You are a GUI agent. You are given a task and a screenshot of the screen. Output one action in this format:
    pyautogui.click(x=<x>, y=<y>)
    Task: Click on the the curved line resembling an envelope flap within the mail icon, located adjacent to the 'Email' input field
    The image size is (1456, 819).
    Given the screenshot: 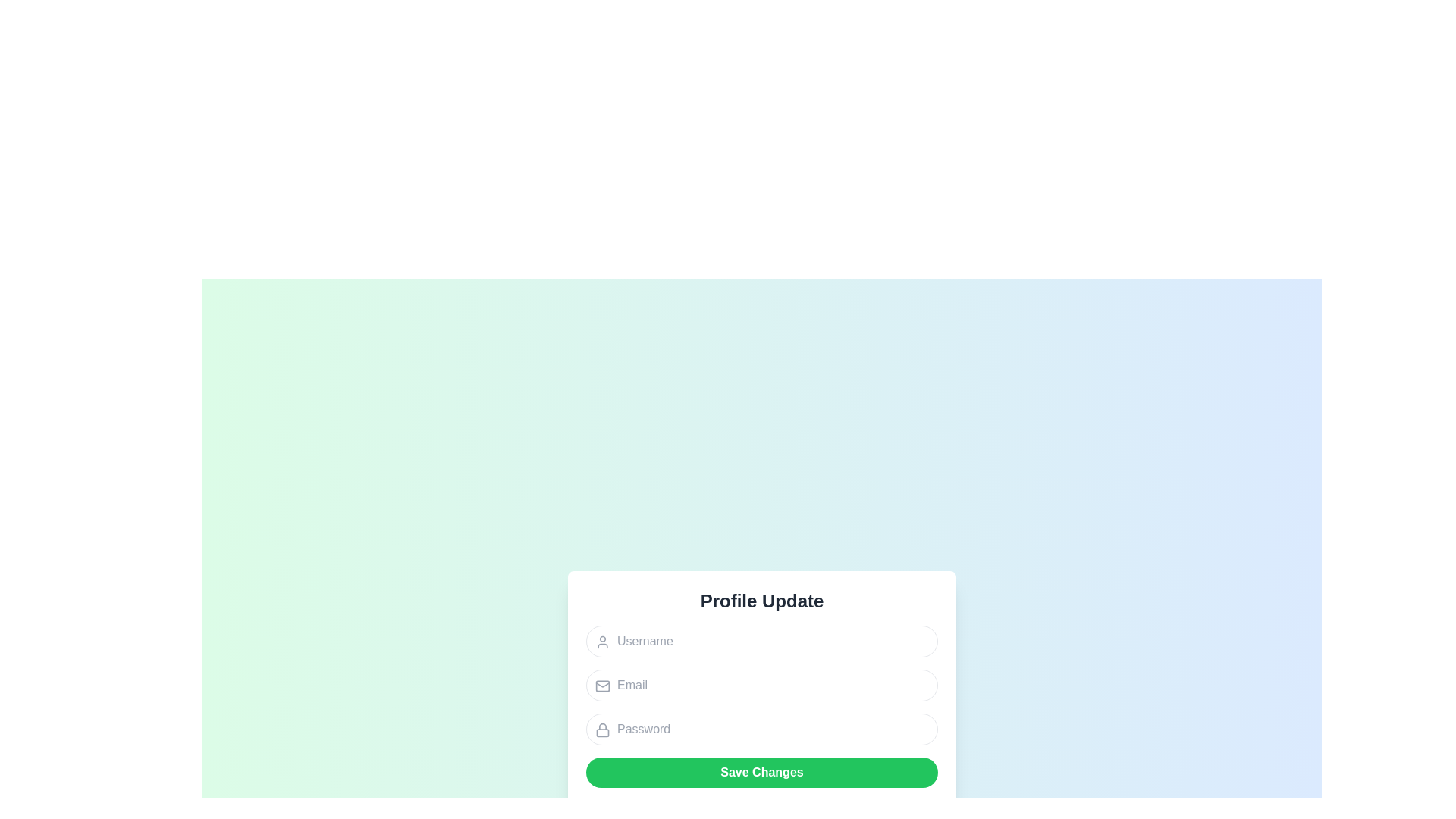 What is the action you would take?
    pyautogui.click(x=602, y=684)
    